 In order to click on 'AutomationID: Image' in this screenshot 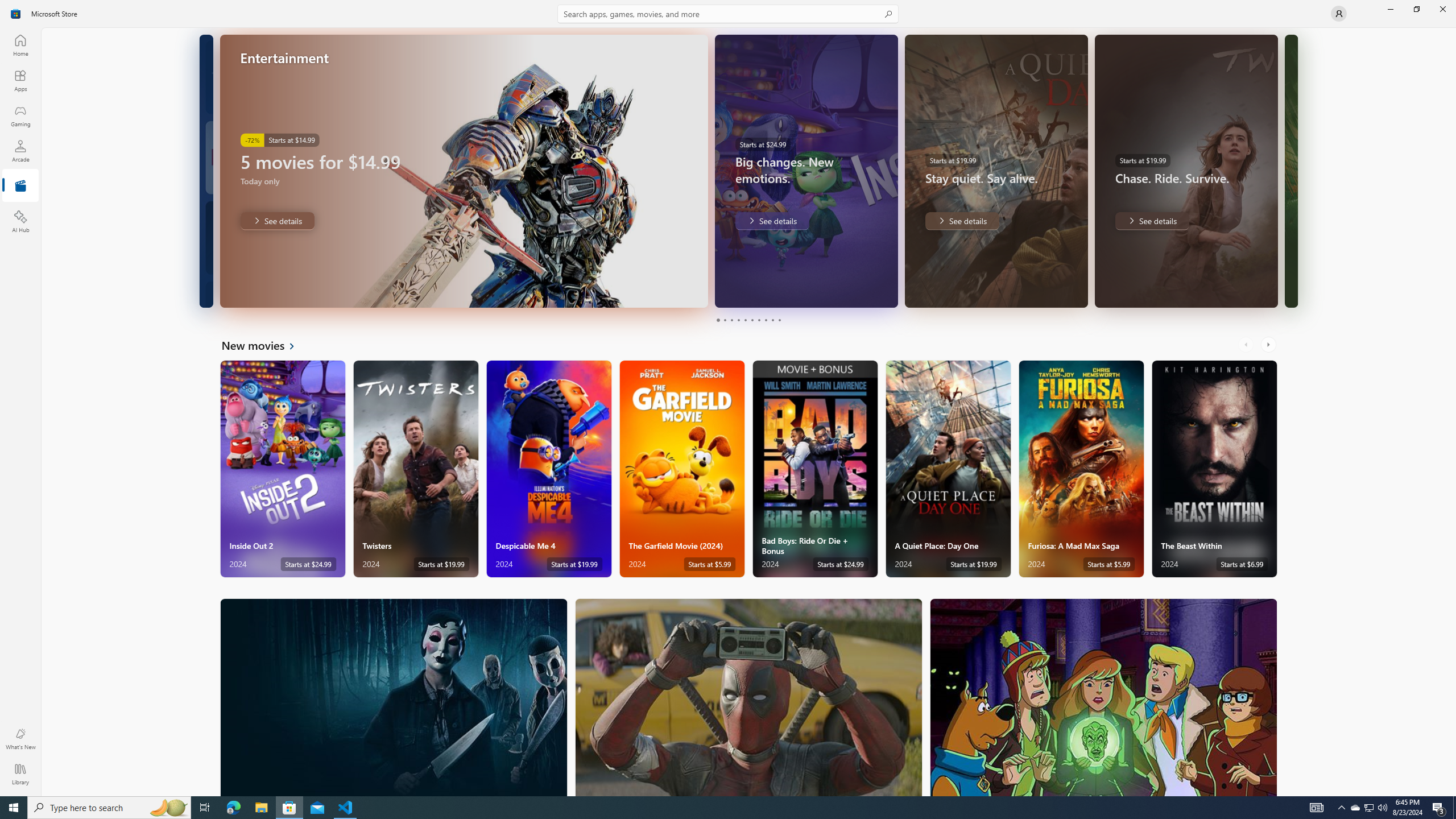, I will do `click(1290, 170)`.